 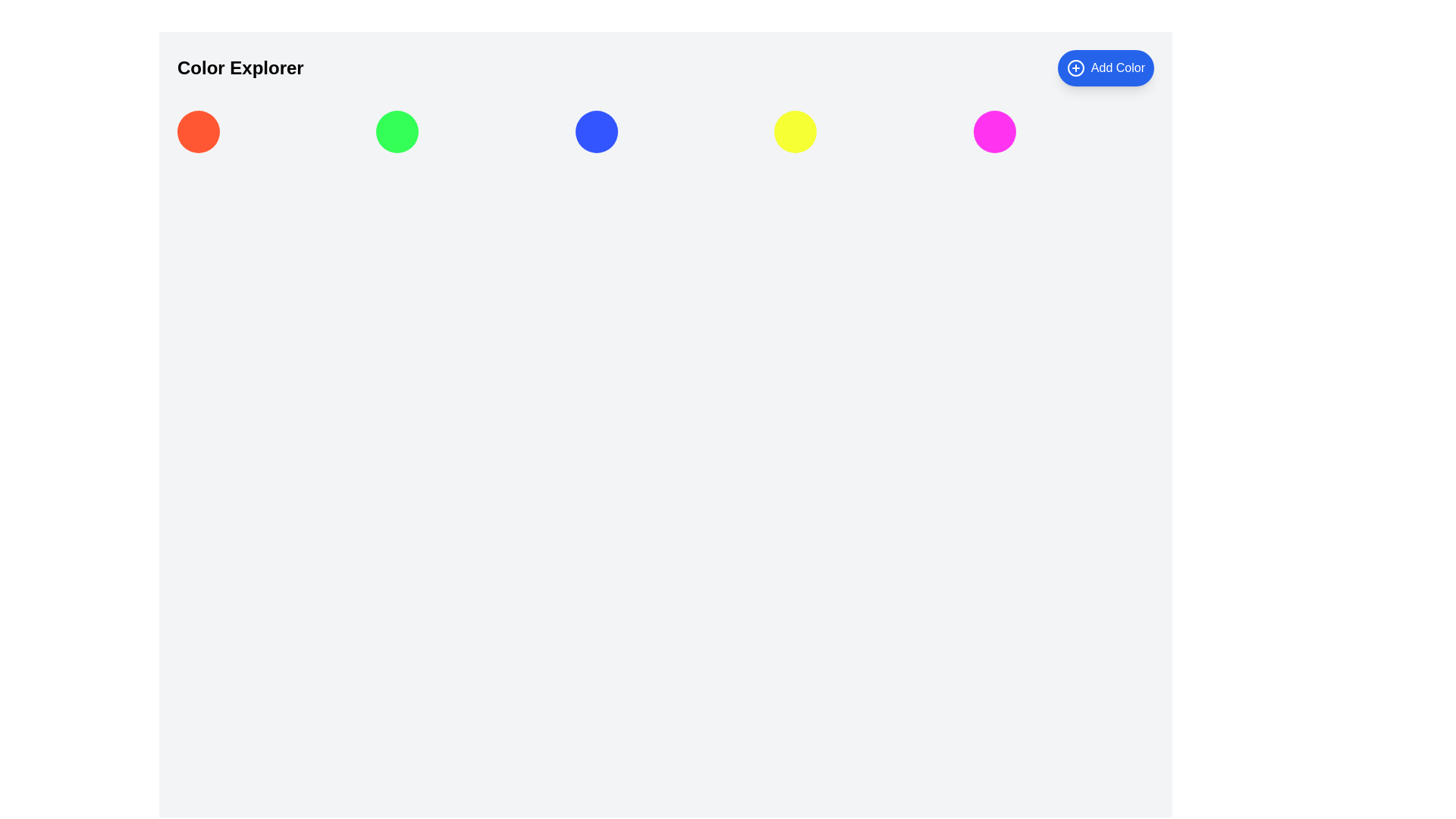 What do you see at coordinates (1075, 67) in the screenshot?
I see `the circular icon within the 'Add Color' button, which has a blue background and is located at the top-right corner of the interface` at bounding box center [1075, 67].